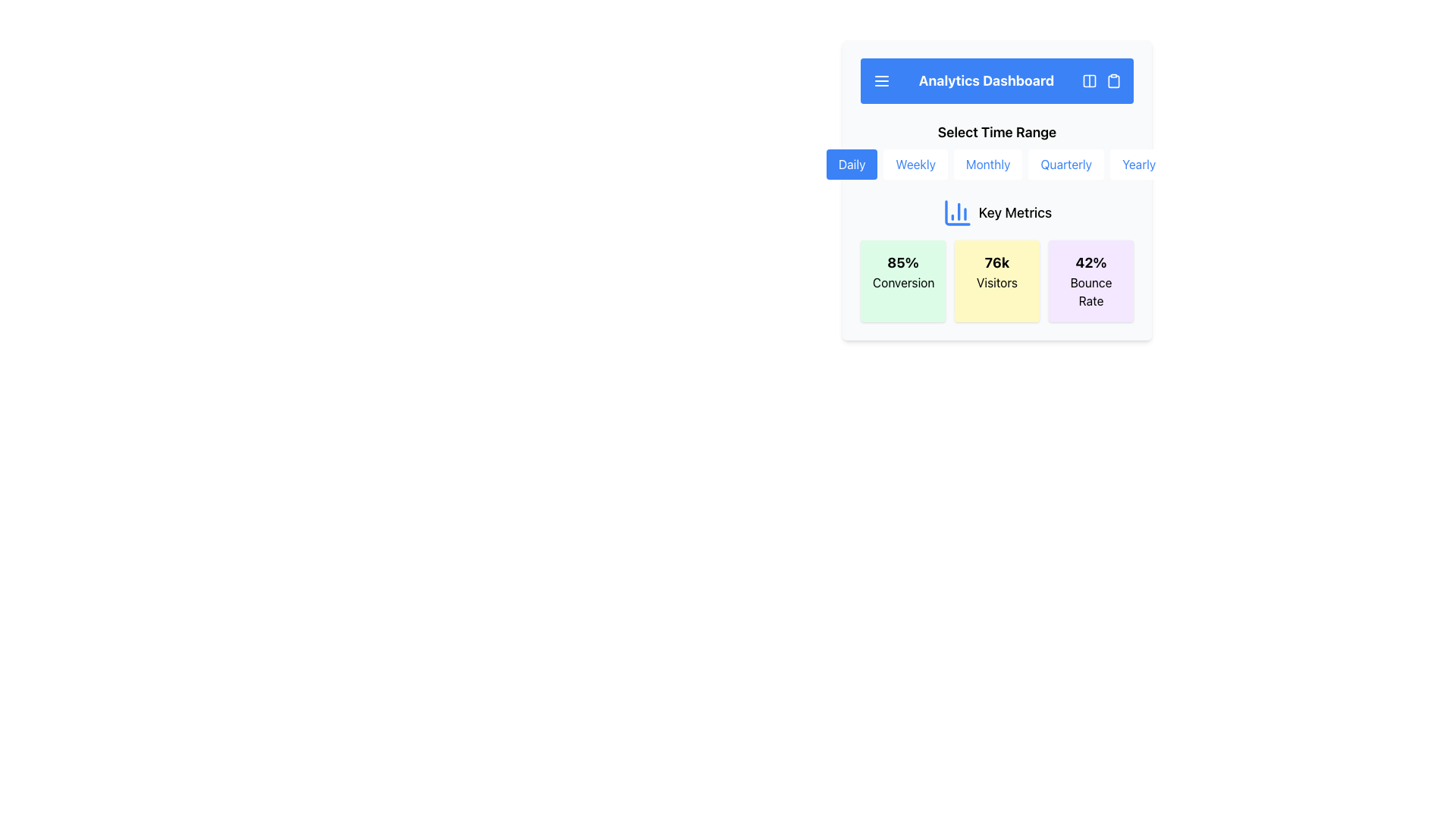 Image resolution: width=1456 pixels, height=819 pixels. Describe the element at coordinates (1090, 281) in the screenshot. I see `the Informational Card that displays '42%' and 'Bounce Rate', which is a purple box located in the bottom-right position of the grid` at that location.